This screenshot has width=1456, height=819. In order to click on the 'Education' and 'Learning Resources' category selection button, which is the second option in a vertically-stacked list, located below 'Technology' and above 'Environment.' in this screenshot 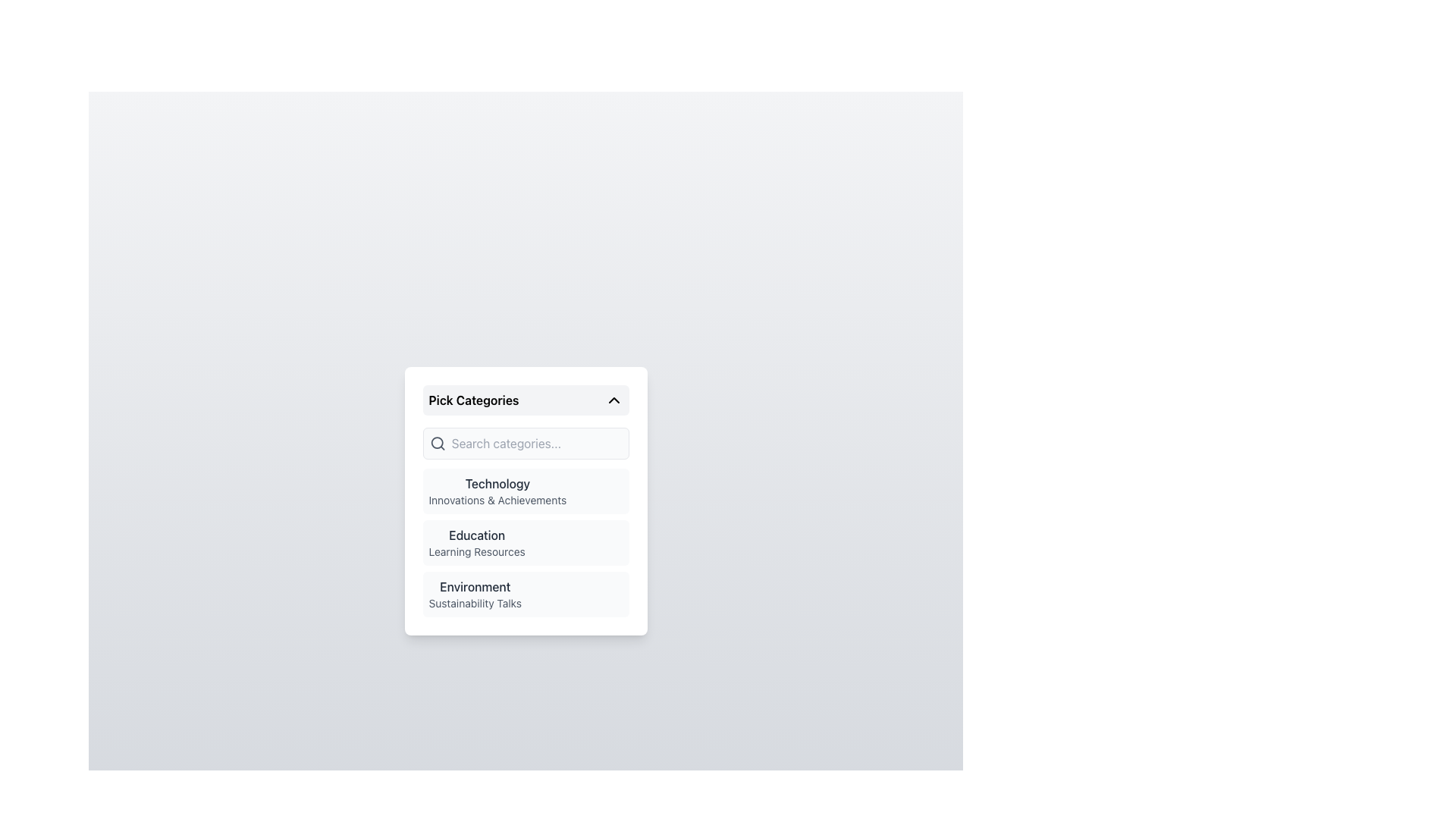, I will do `click(526, 542)`.